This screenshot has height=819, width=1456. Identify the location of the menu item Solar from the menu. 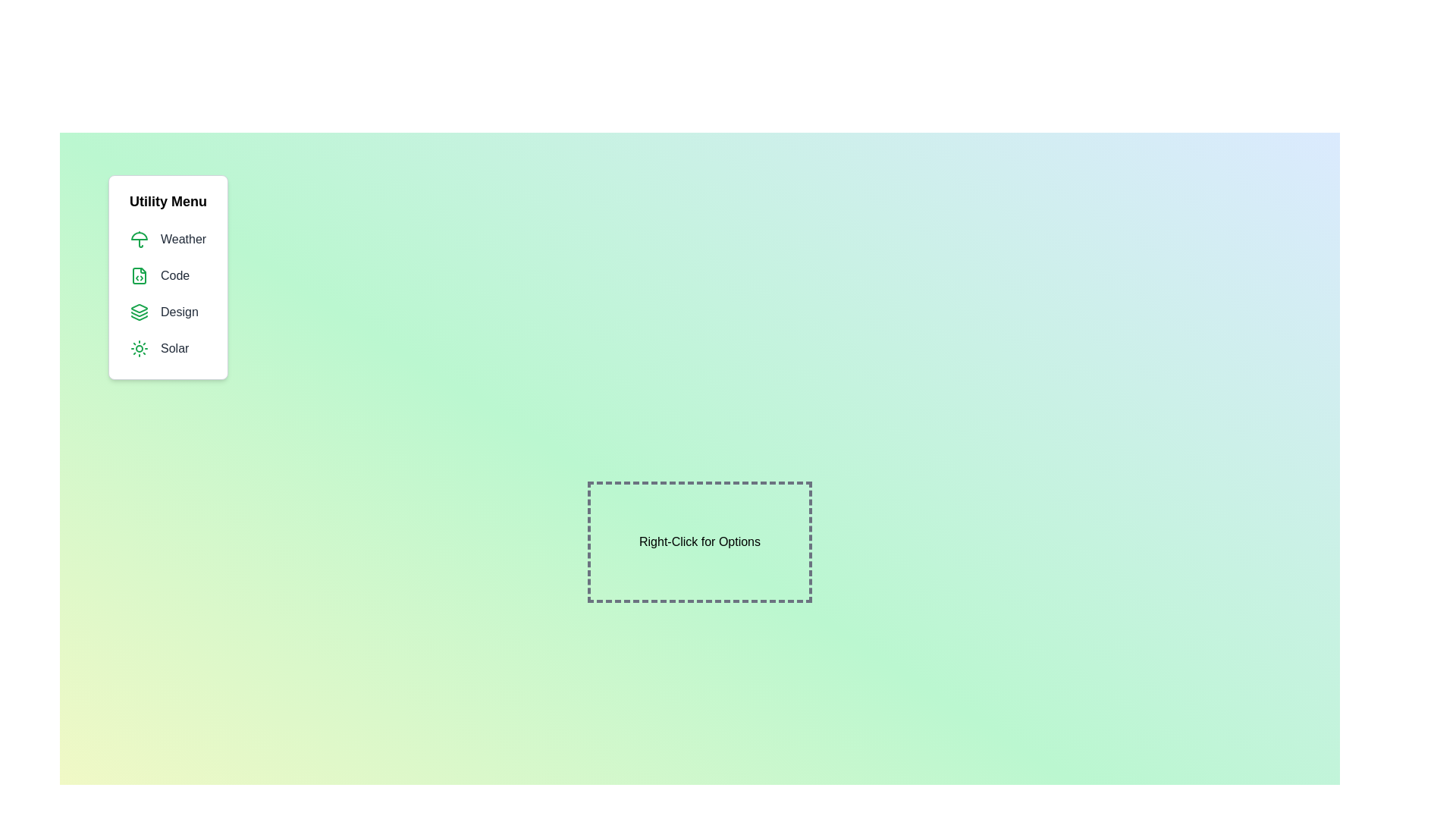
(168, 348).